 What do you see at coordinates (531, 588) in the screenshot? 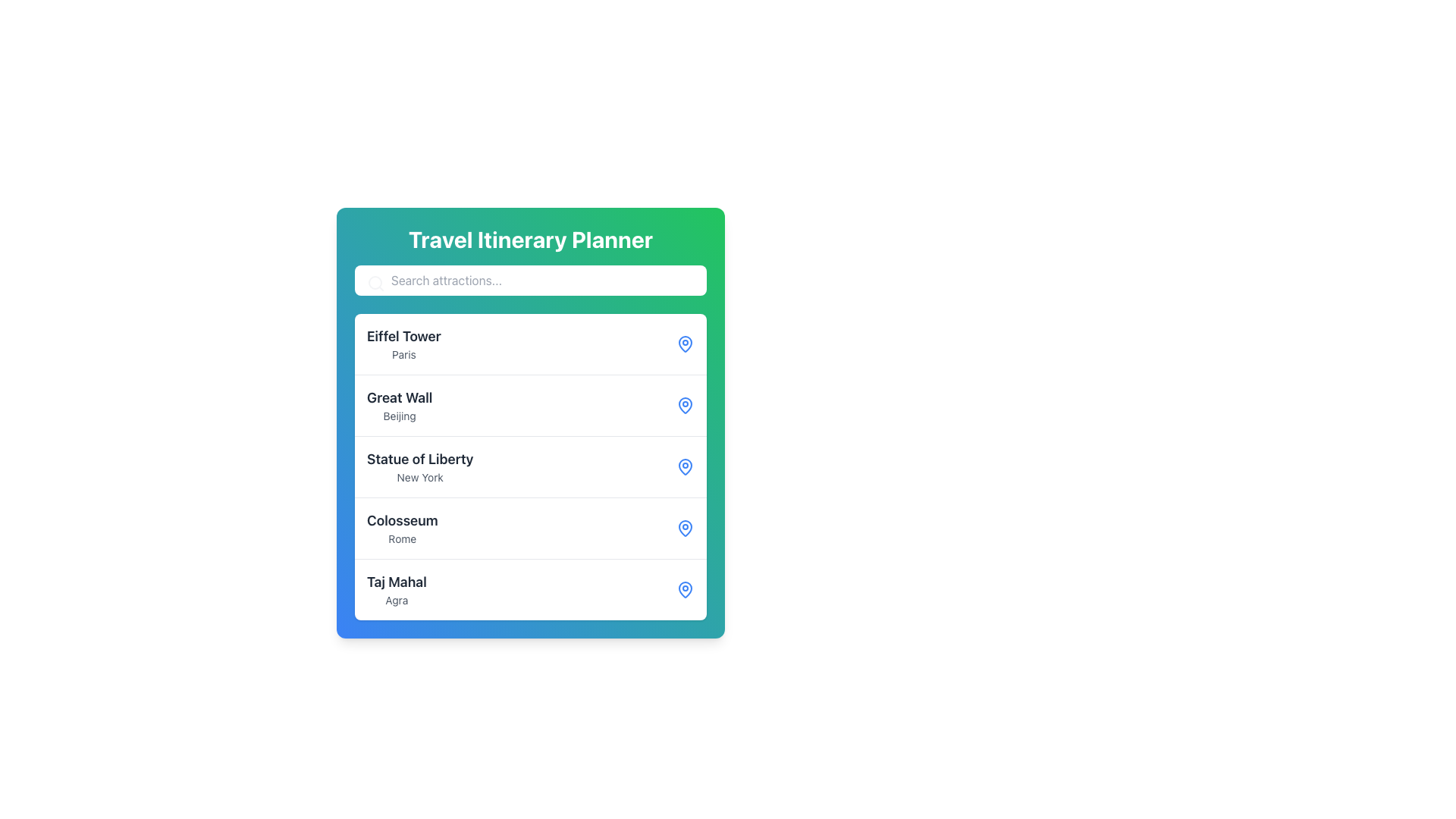
I see `the fifth list item representing the Taj Mahal in Agra` at bounding box center [531, 588].